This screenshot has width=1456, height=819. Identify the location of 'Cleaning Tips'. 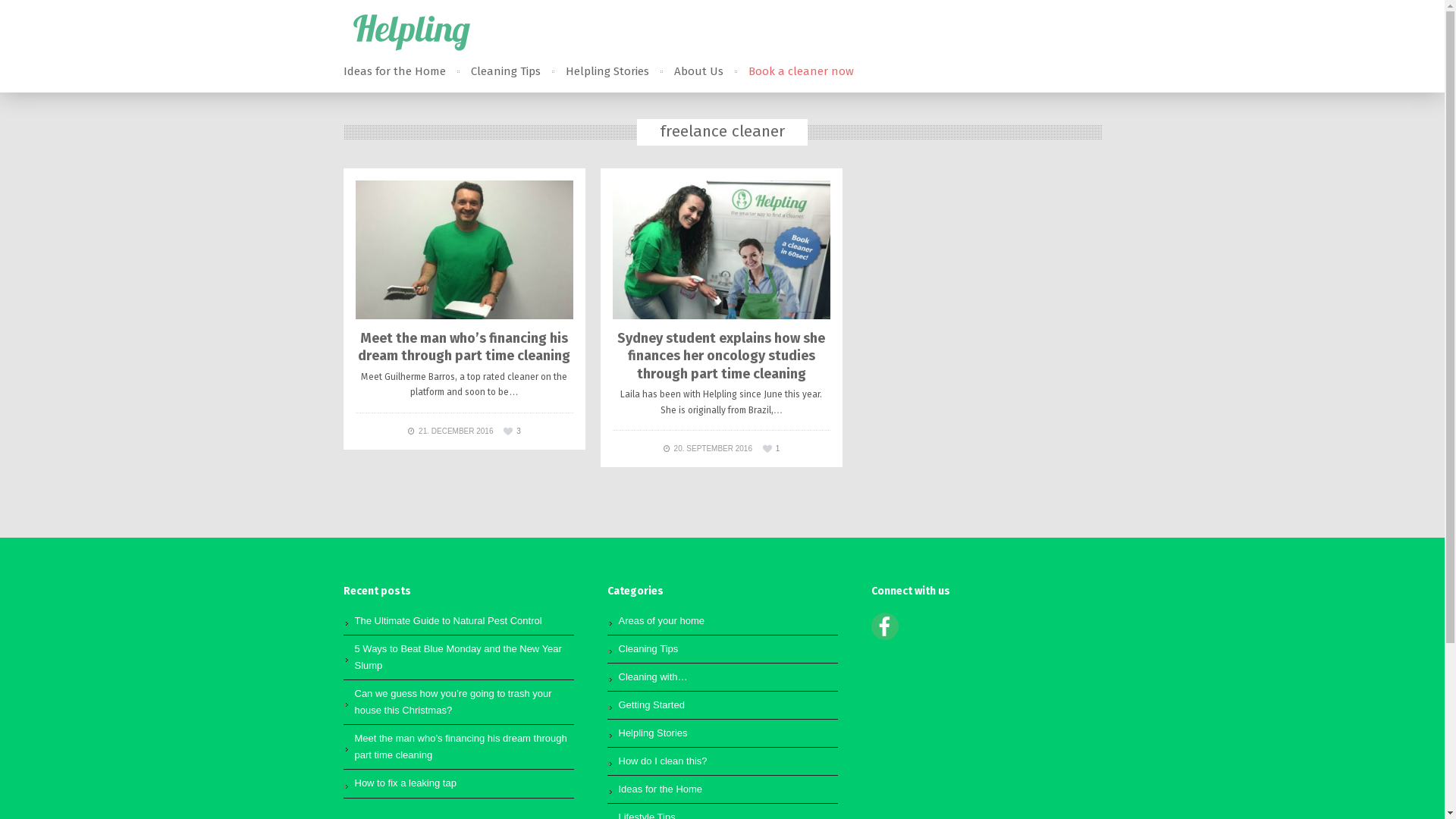
(505, 71).